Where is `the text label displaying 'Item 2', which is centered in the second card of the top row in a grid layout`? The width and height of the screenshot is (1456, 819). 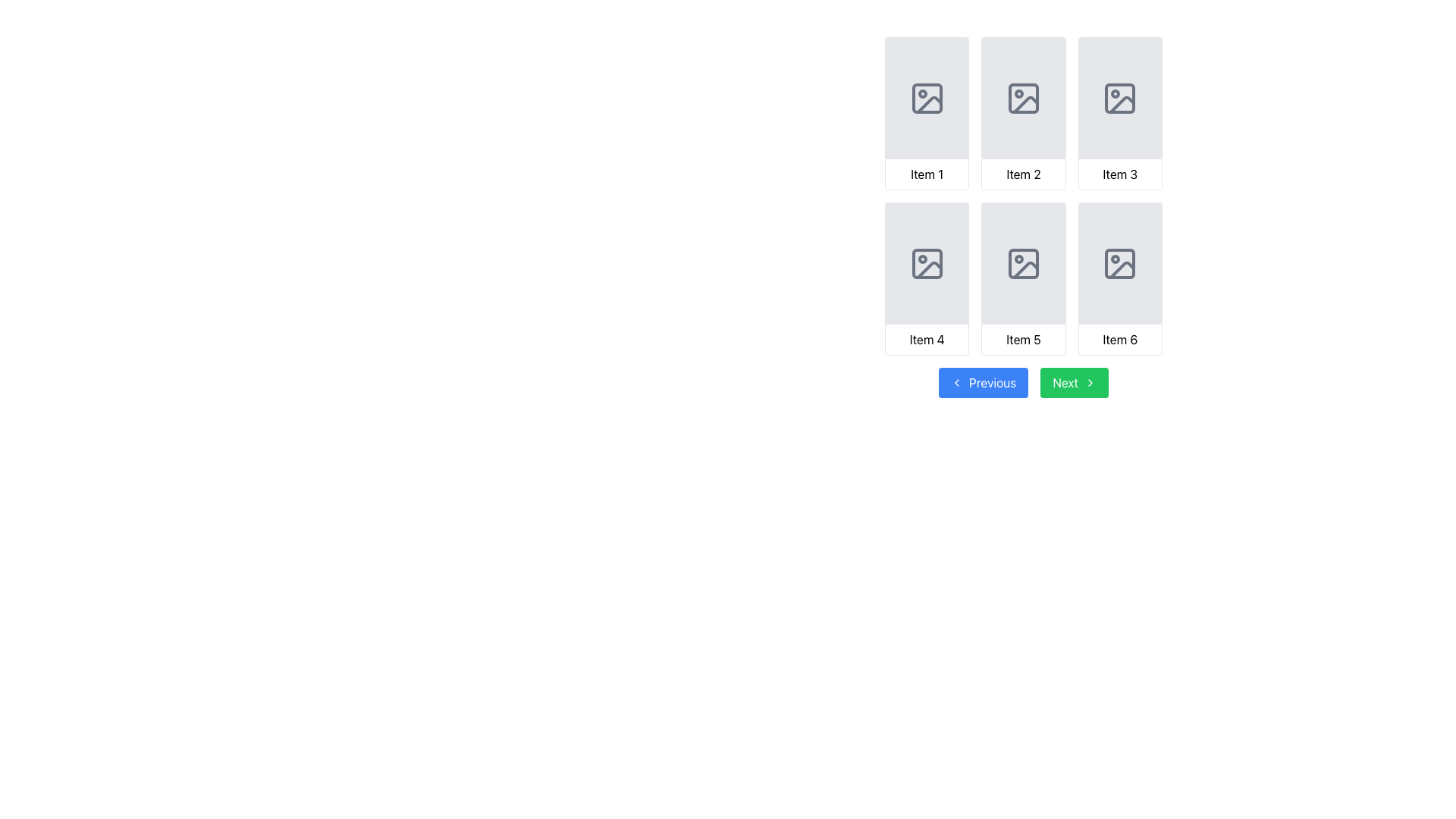 the text label displaying 'Item 2', which is centered in the second card of the top row in a grid layout is located at coordinates (1023, 174).